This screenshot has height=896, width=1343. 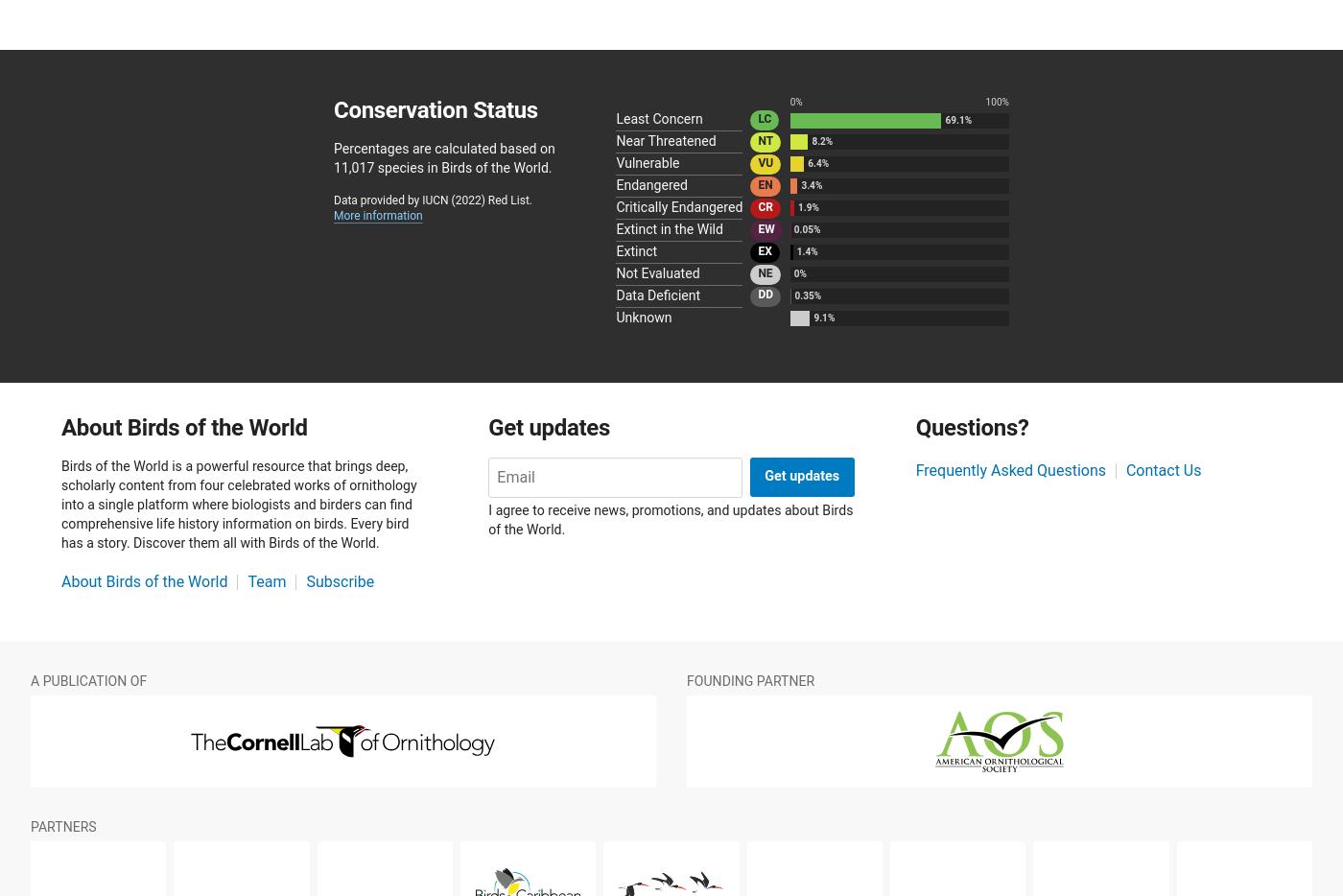 I want to click on 'Least Concern', so click(x=658, y=118).